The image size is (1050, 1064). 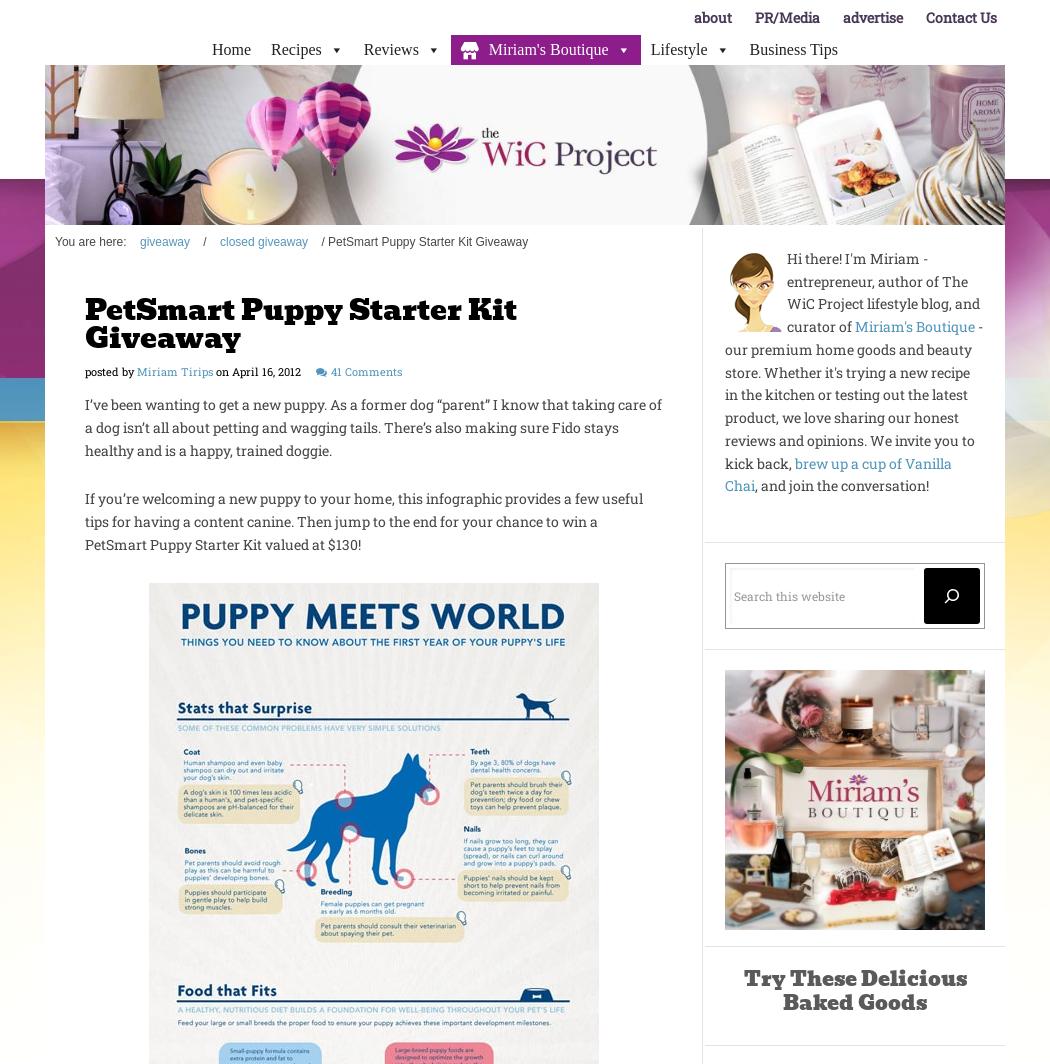 What do you see at coordinates (210, 49) in the screenshot?
I see `'Home'` at bounding box center [210, 49].